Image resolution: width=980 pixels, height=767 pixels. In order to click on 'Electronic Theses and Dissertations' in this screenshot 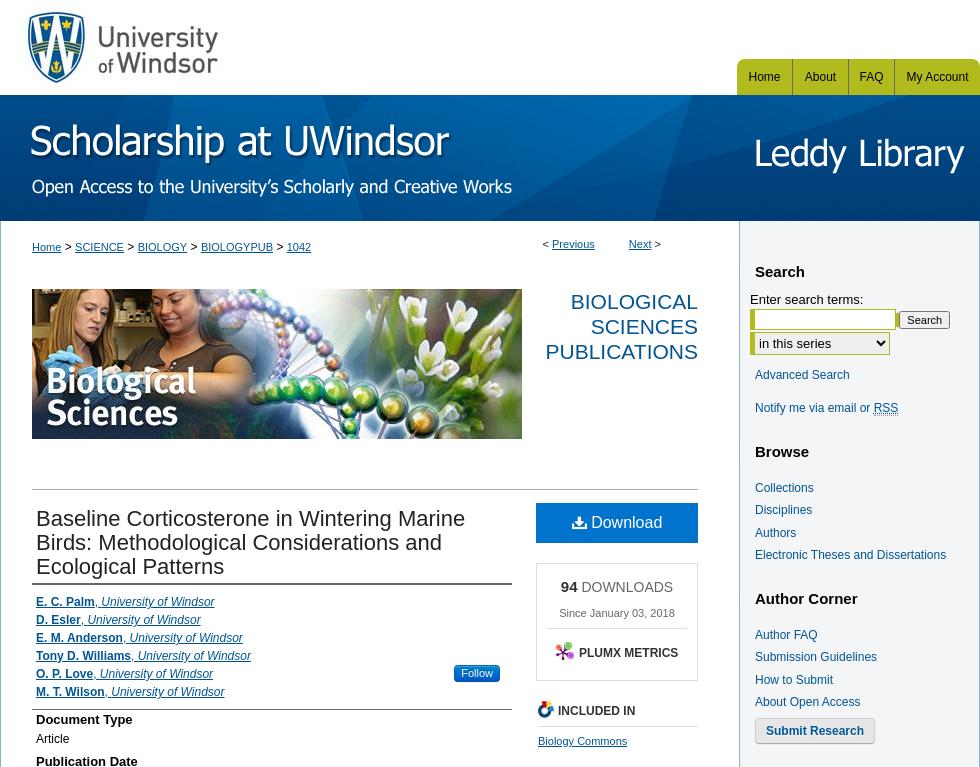, I will do `click(850, 555)`.